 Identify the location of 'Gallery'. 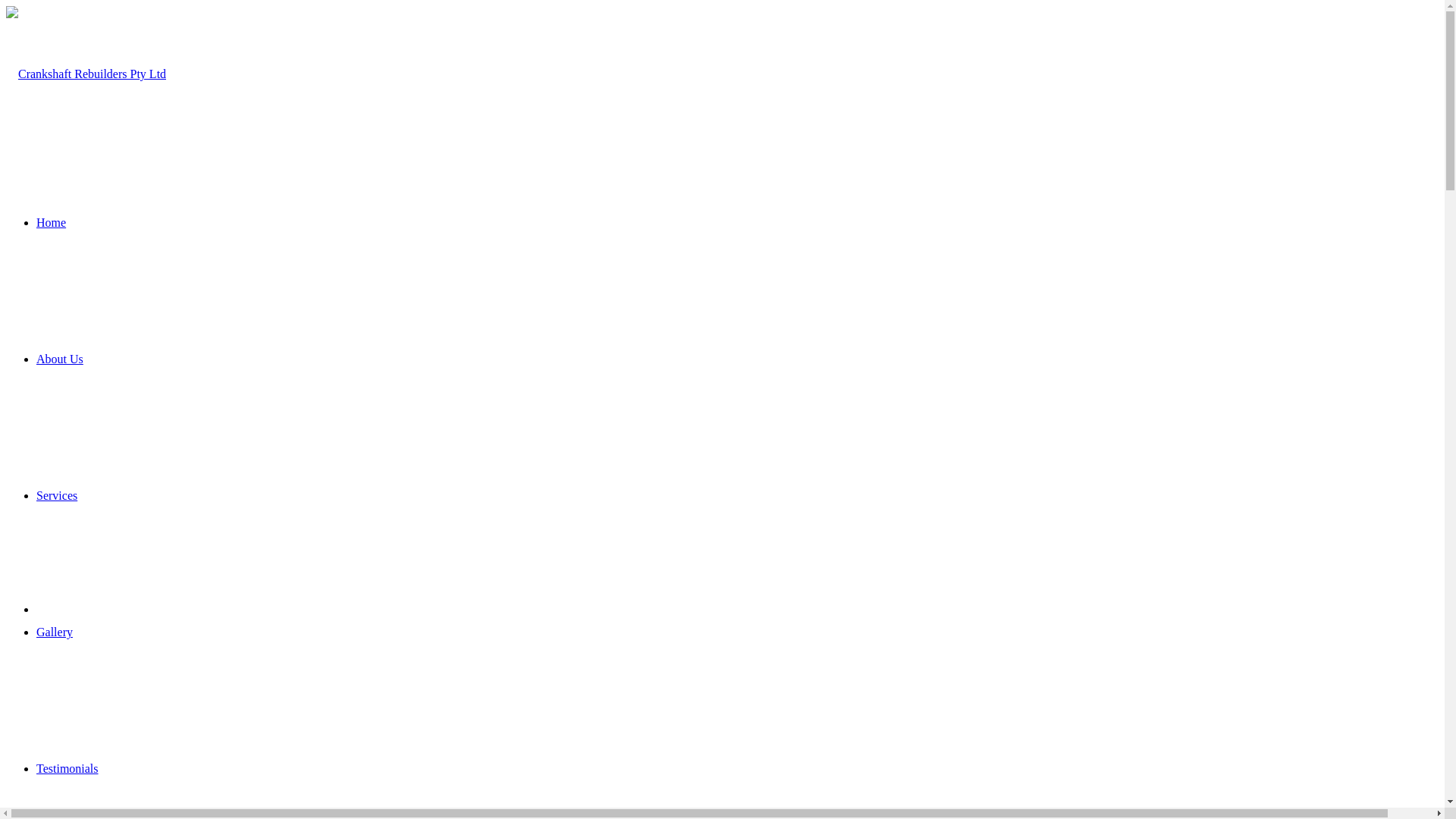
(36, 632).